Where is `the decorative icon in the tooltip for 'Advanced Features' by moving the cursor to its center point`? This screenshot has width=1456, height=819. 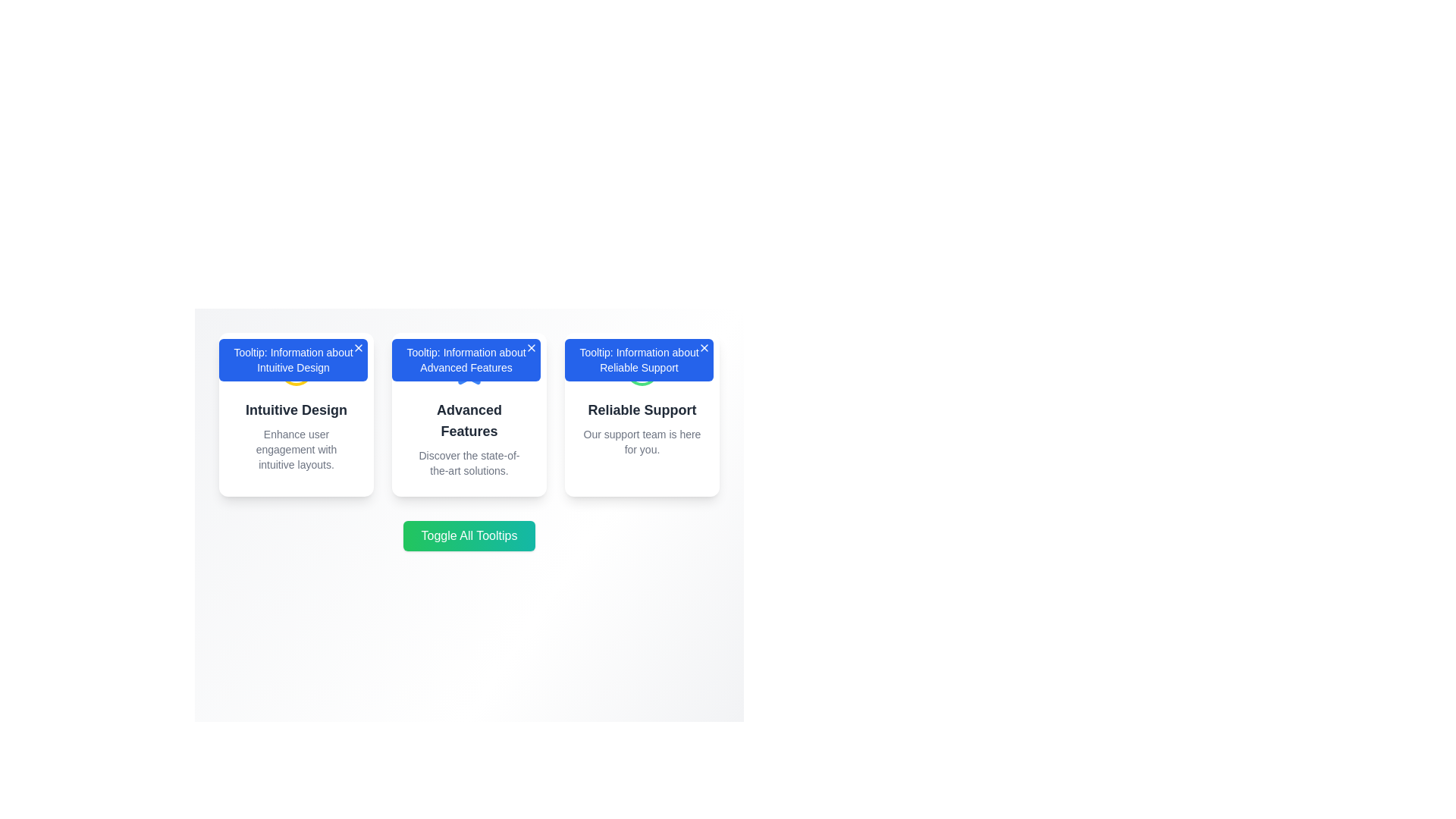 the decorative icon in the tooltip for 'Advanced Features' by moving the cursor to its center point is located at coordinates (469, 369).